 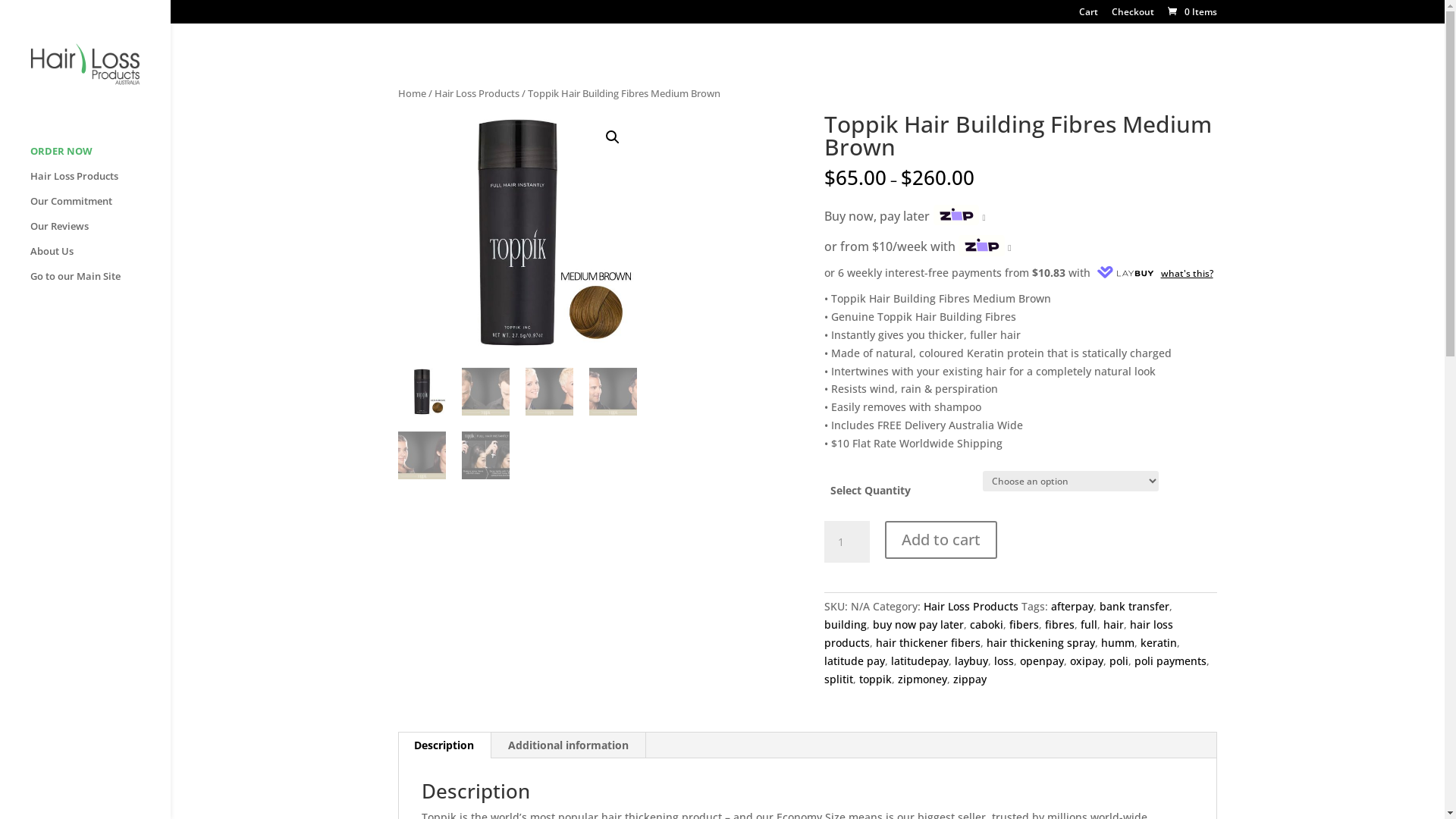 I want to click on 'latitude pay', so click(x=855, y=660).